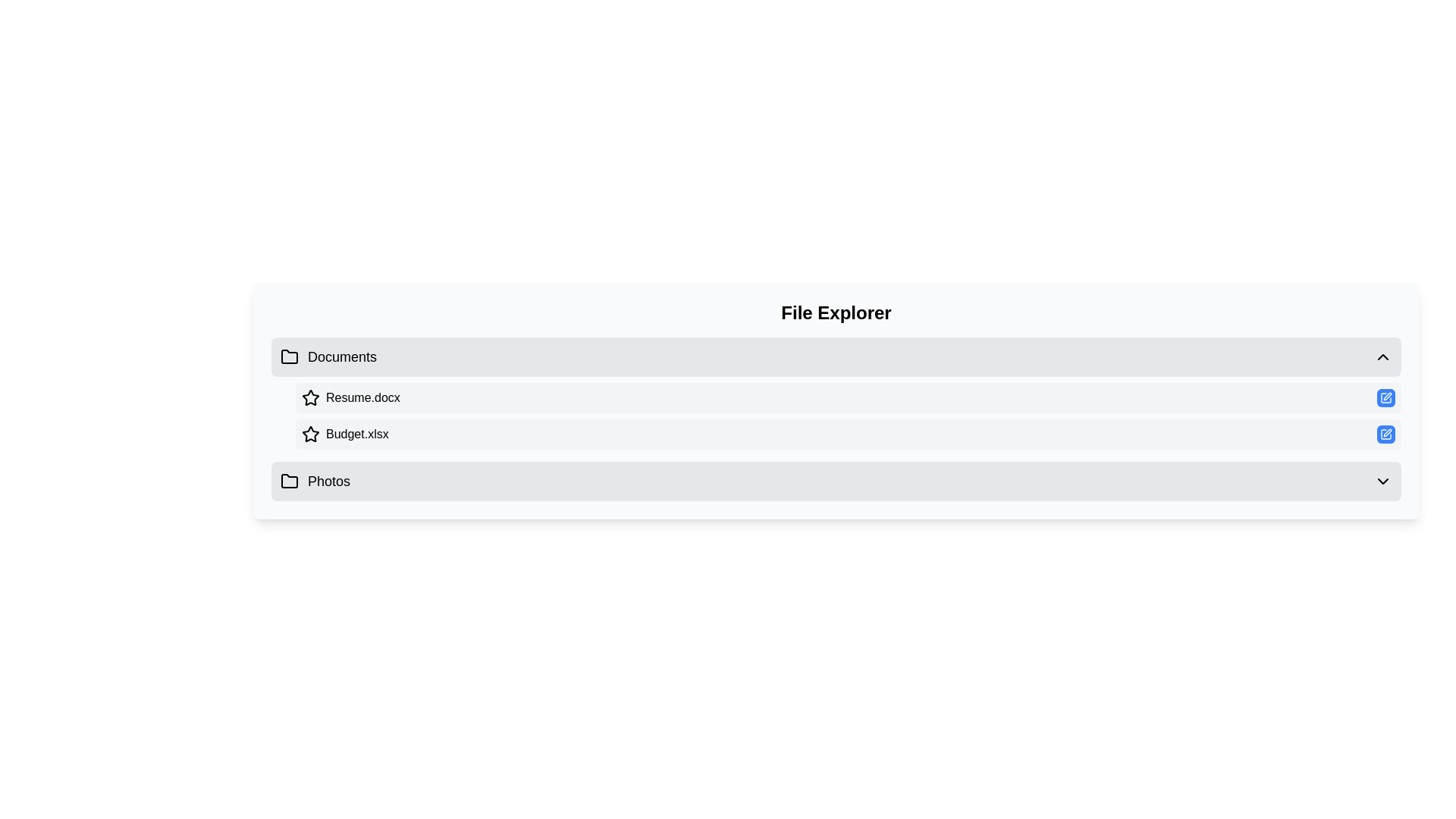 The image size is (1456, 819). I want to click on the 'Documents' TextLabel with Icon, which serves as an identifier for a folder or section in the file listing interface, so click(328, 356).